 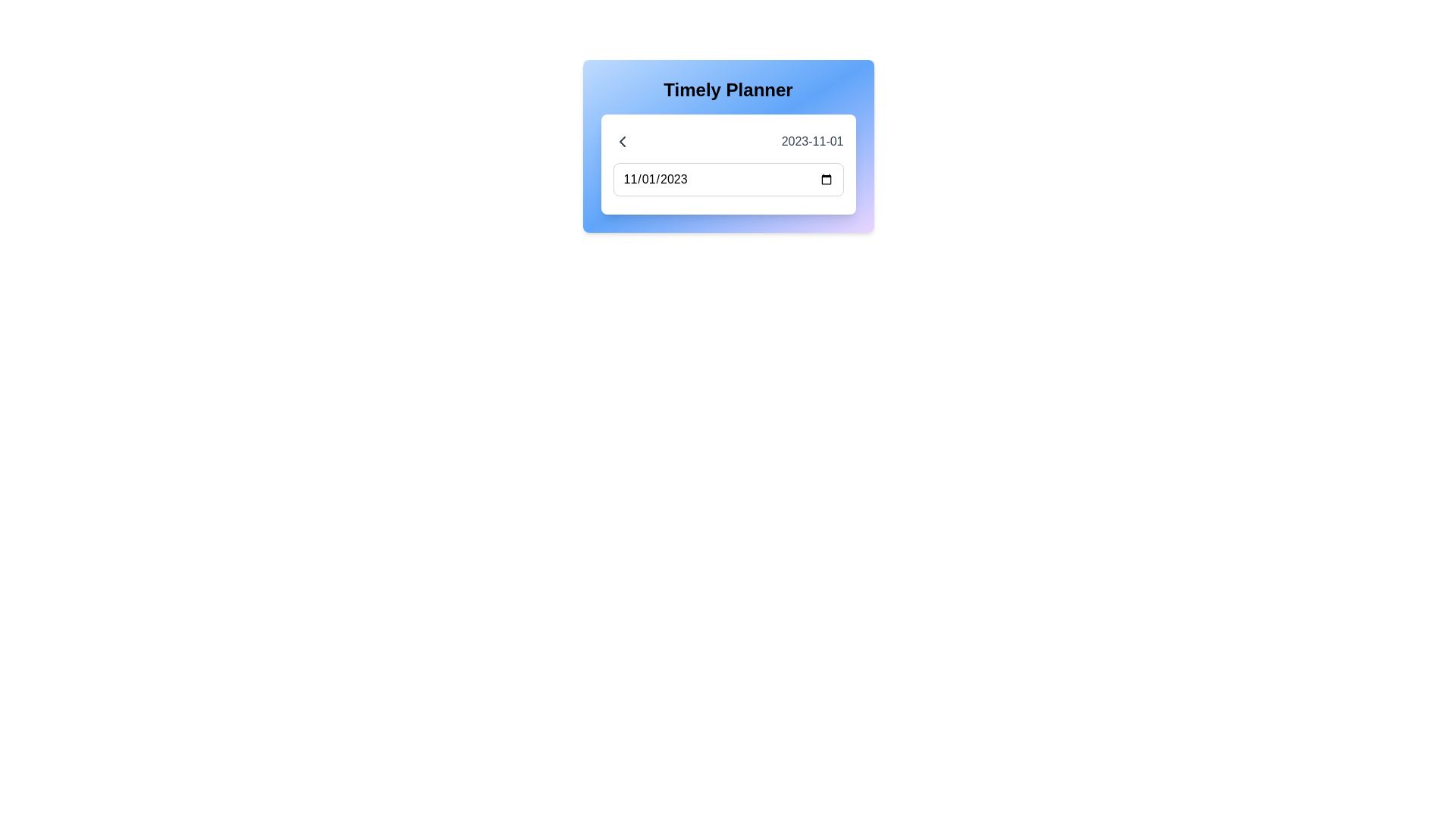 I want to click on the 'Timely Planner' title text label, which is centrally aligned at the top of a rectangular card with a gradient blue-to-purple background, so click(x=728, y=90).